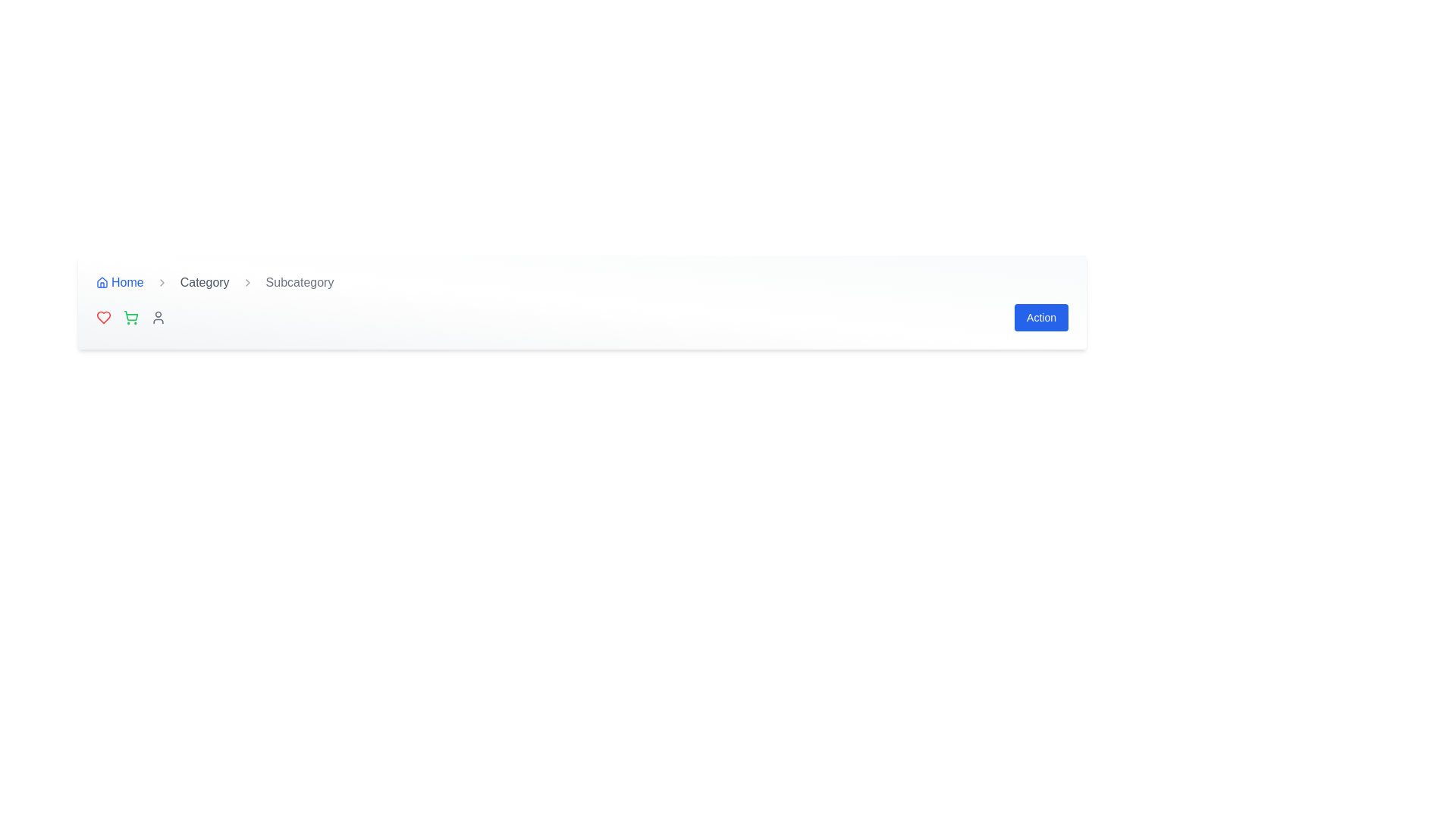 The height and width of the screenshot is (819, 1456). What do you see at coordinates (130, 315) in the screenshot?
I see `the shopping cart icon located in the navigation bar` at bounding box center [130, 315].